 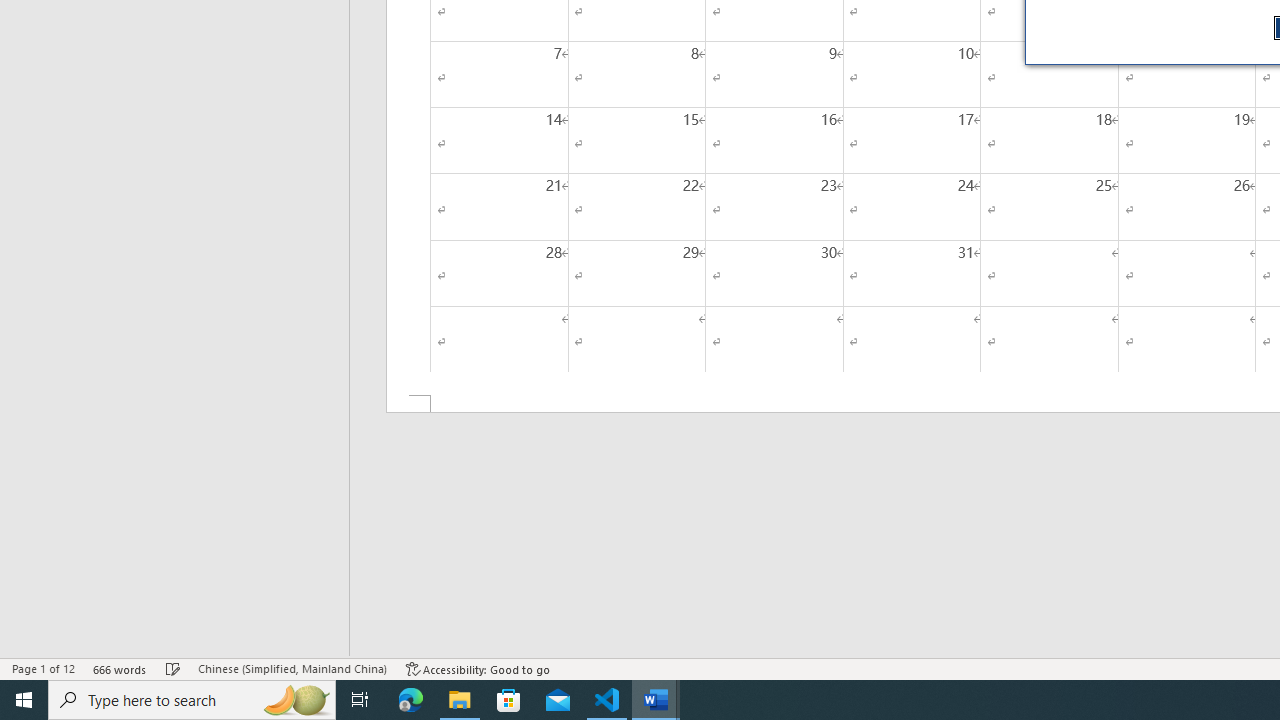 I want to click on 'Visual Studio Code - 1 running window', so click(x=606, y=698).